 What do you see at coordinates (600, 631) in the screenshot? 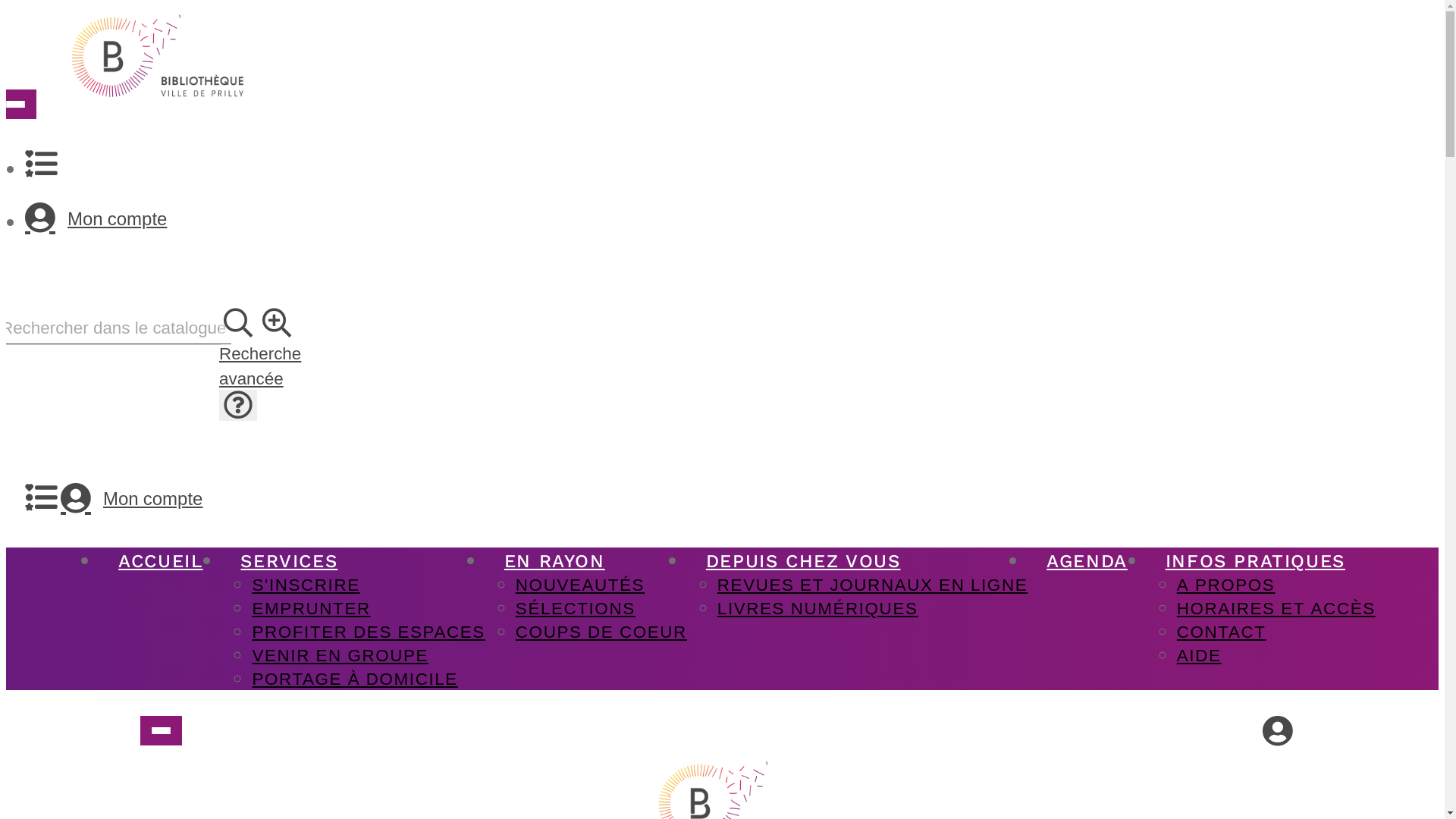
I see `'COUPS DE COEUR'` at bounding box center [600, 631].